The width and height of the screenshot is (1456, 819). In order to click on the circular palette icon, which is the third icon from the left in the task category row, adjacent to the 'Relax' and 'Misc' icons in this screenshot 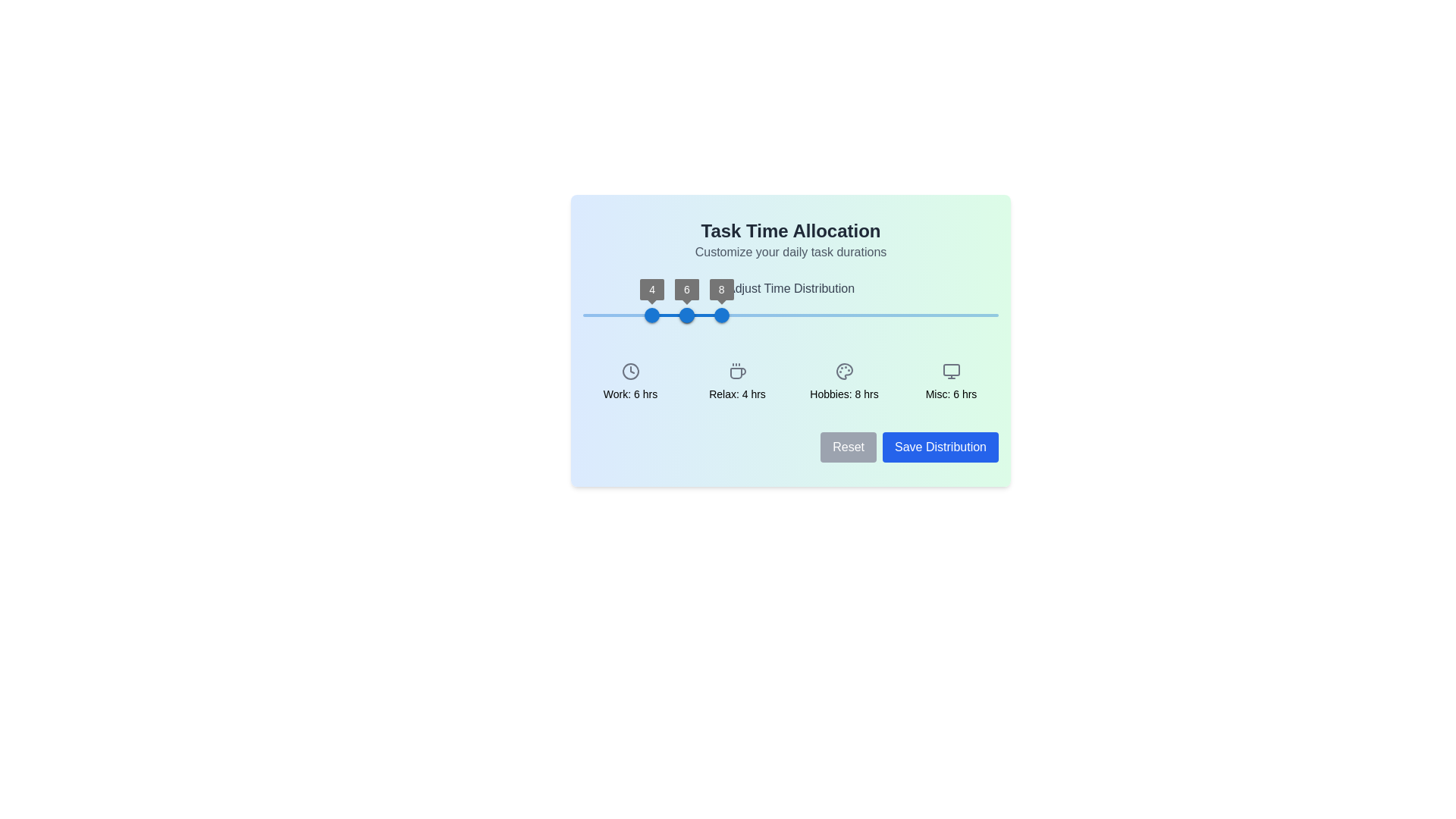, I will do `click(843, 371)`.